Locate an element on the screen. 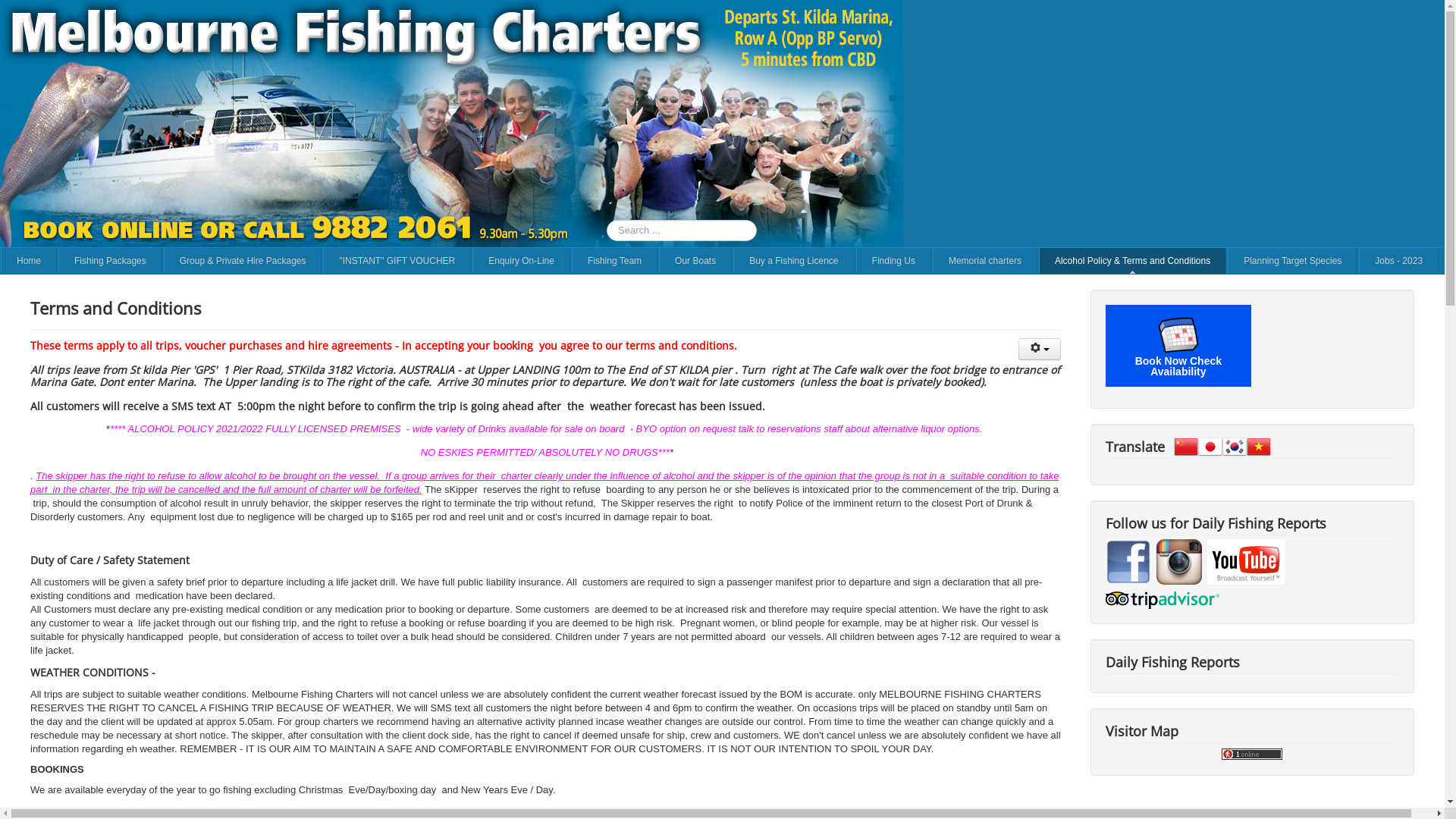  'Fishing Packages' is located at coordinates (109, 259).